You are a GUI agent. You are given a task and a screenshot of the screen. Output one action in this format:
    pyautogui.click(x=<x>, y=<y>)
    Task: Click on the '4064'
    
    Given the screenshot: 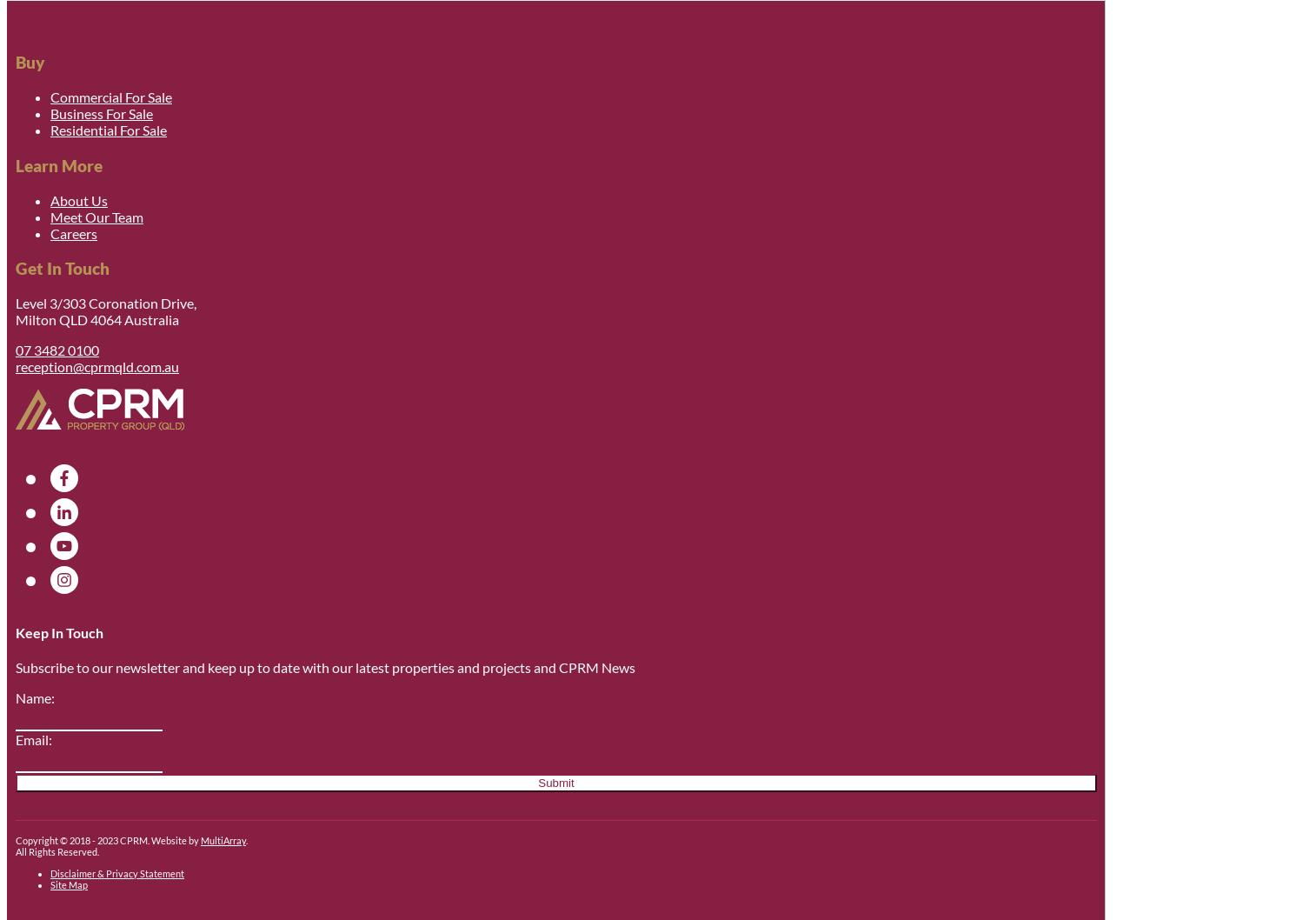 What is the action you would take?
    pyautogui.click(x=105, y=319)
    